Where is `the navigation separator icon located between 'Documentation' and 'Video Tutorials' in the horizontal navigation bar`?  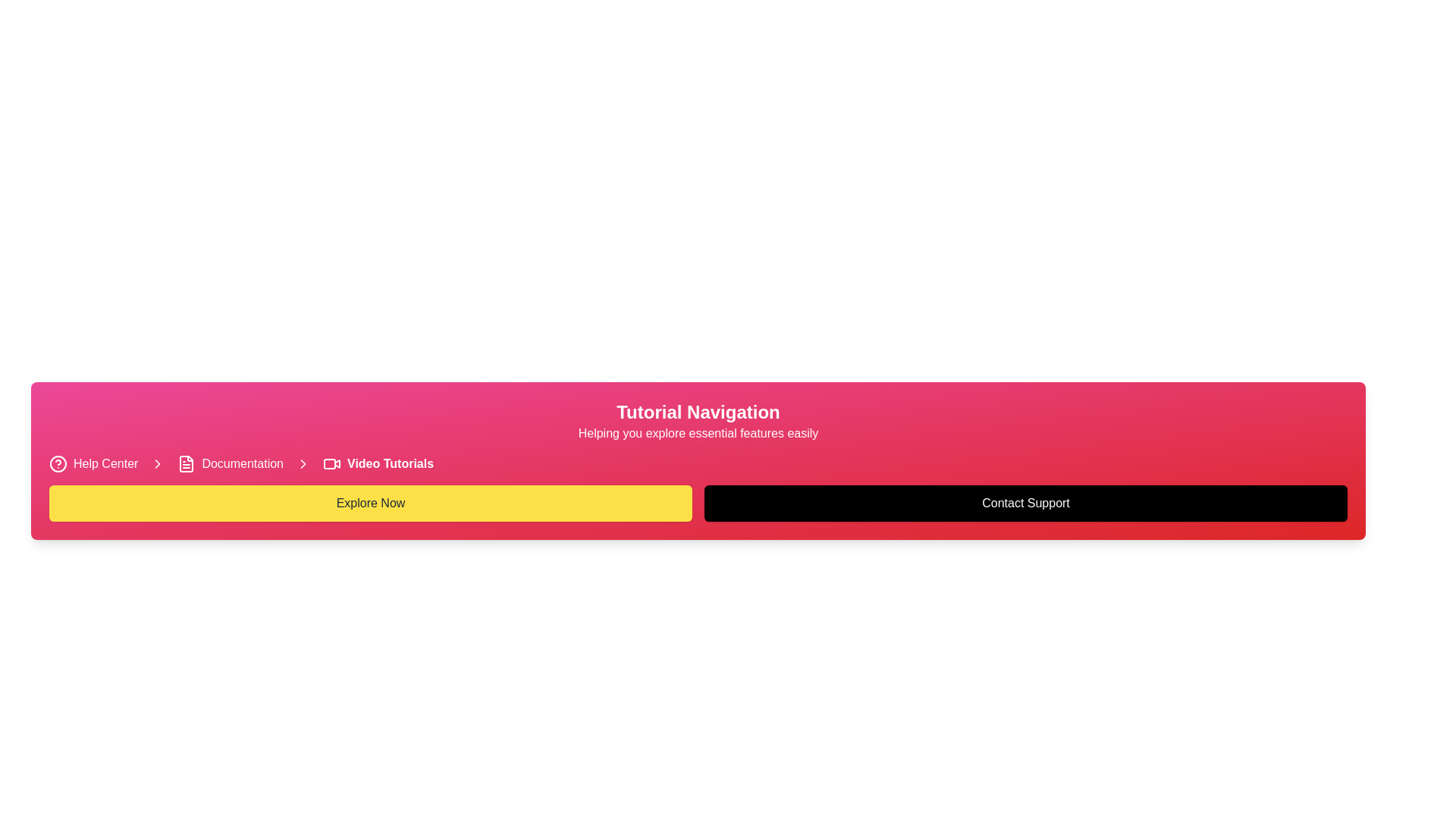 the navigation separator icon located between 'Documentation' and 'Video Tutorials' in the horizontal navigation bar is located at coordinates (303, 463).